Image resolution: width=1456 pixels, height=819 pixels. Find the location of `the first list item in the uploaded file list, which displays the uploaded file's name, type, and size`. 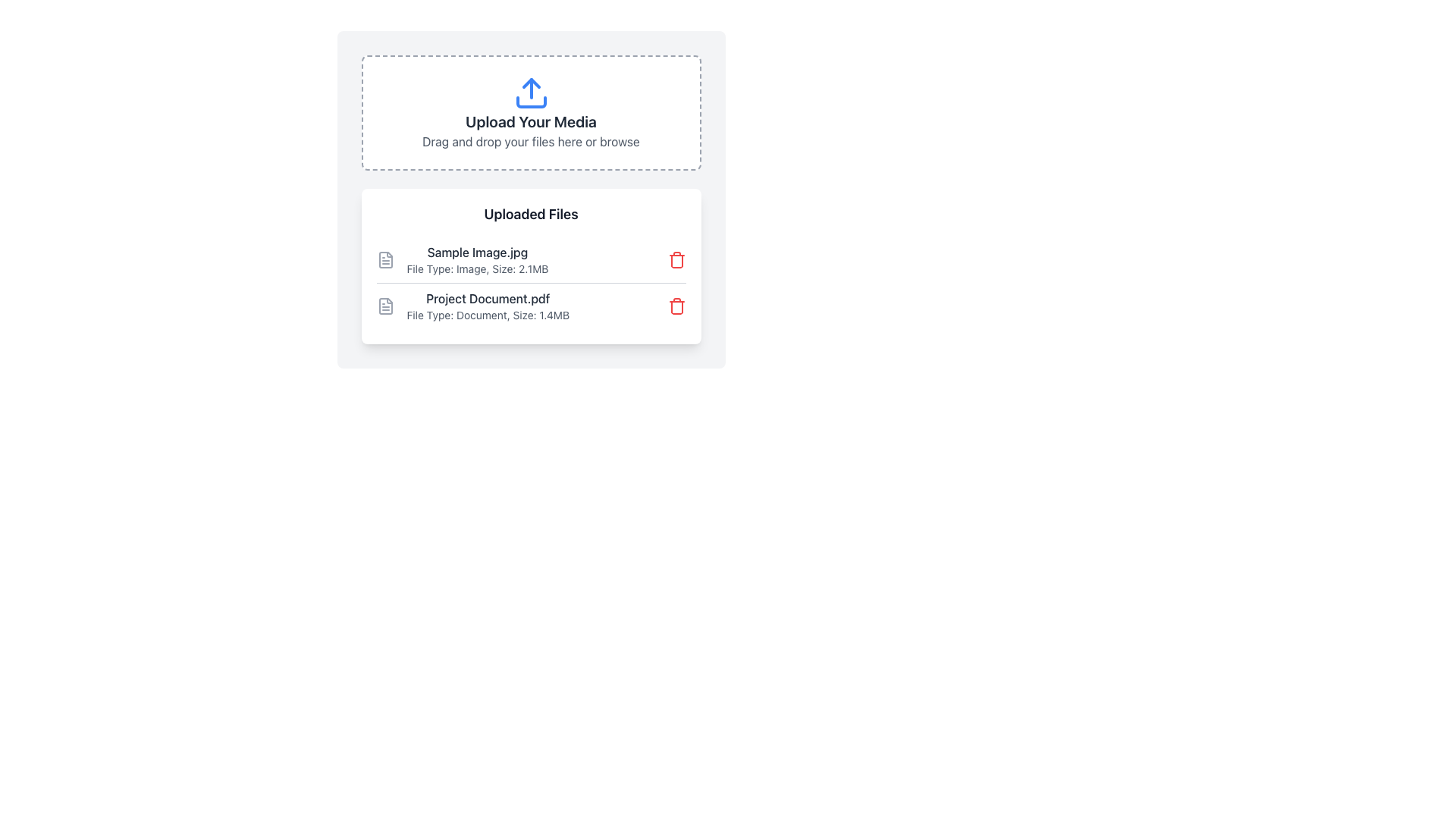

the first list item in the uploaded file list, which displays the uploaded file's name, type, and size is located at coordinates (461, 259).